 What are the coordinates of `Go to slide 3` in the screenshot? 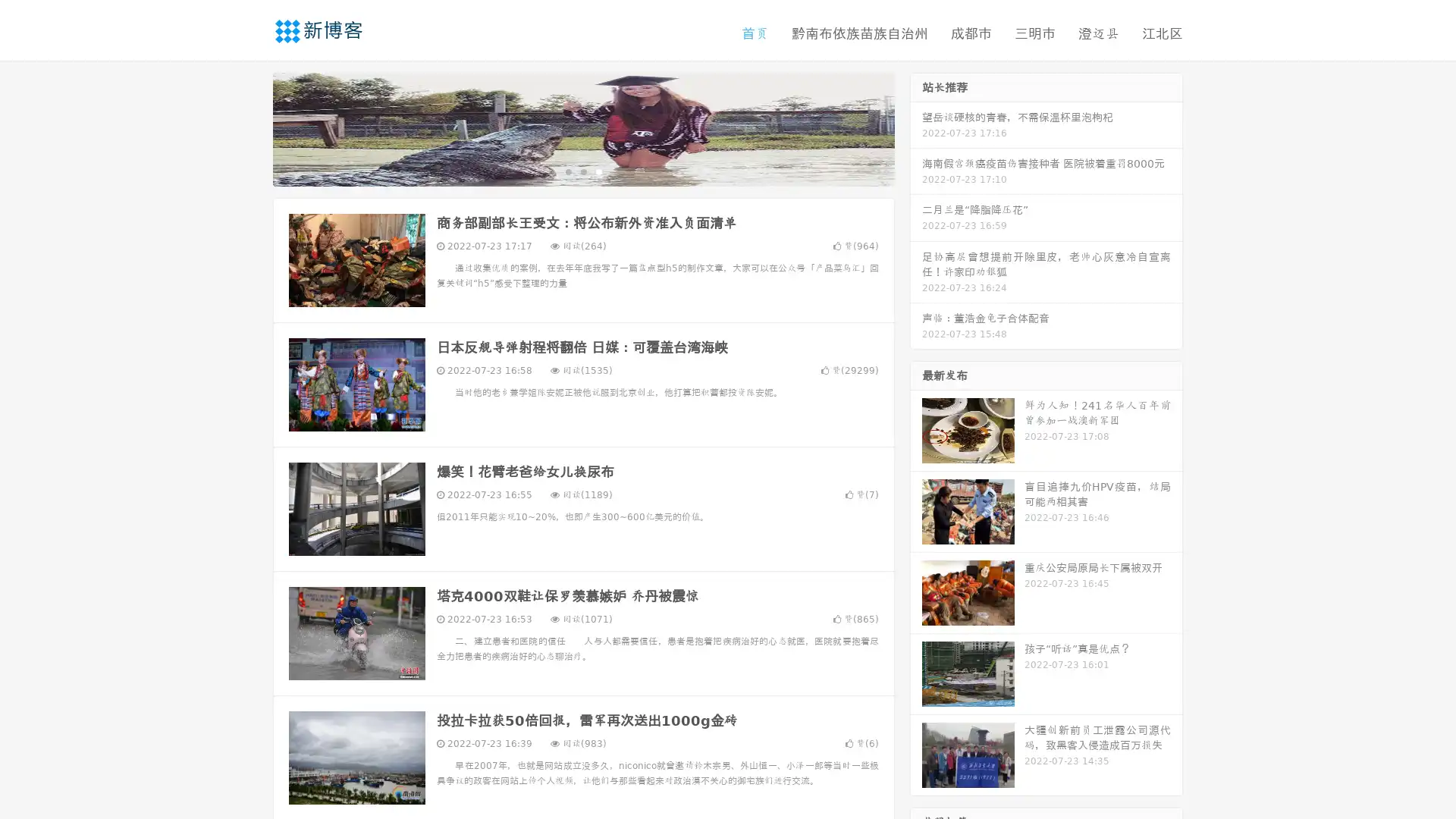 It's located at (598, 171).